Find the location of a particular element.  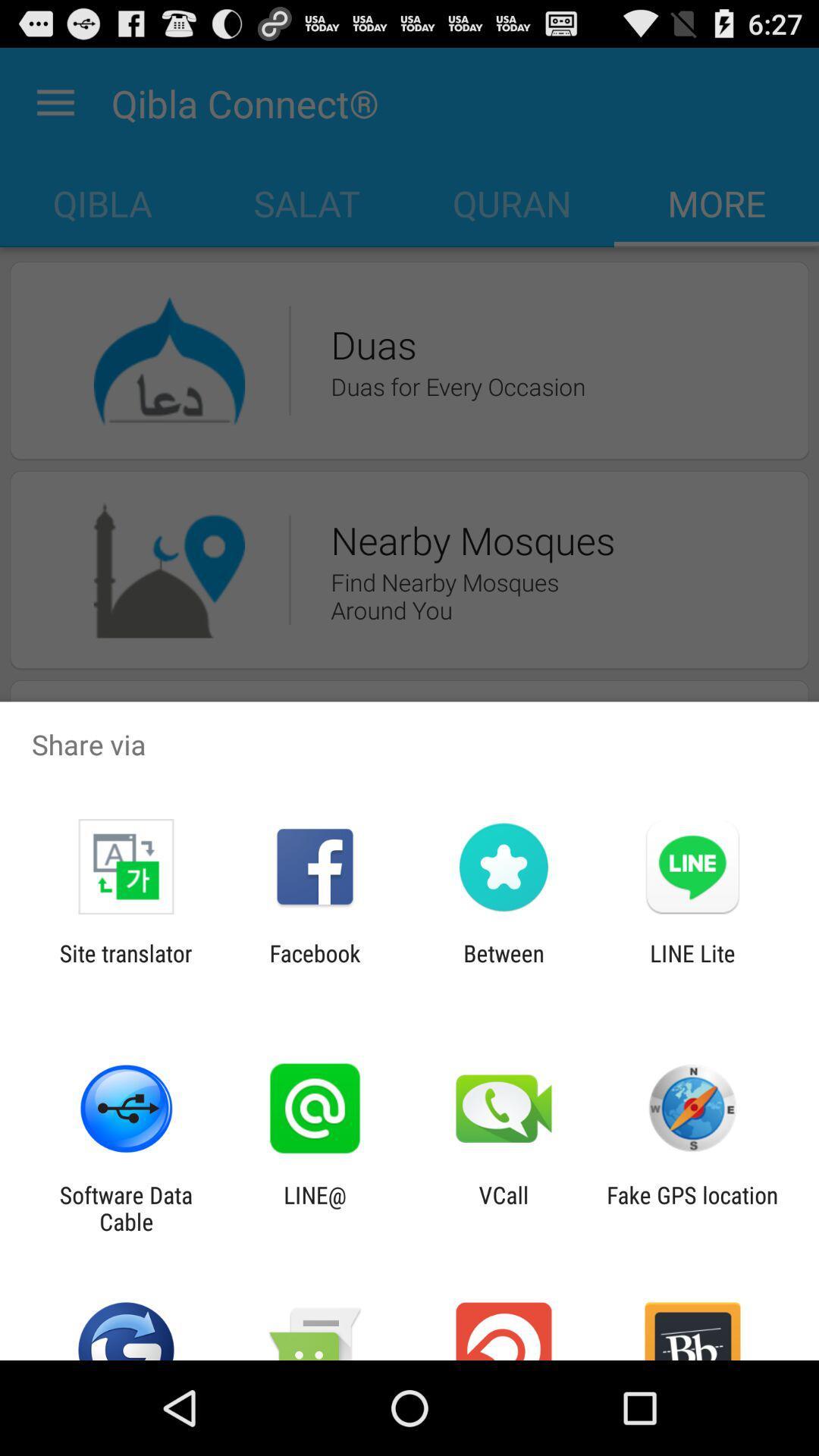

the between icon is located at coordinates (504, 966).